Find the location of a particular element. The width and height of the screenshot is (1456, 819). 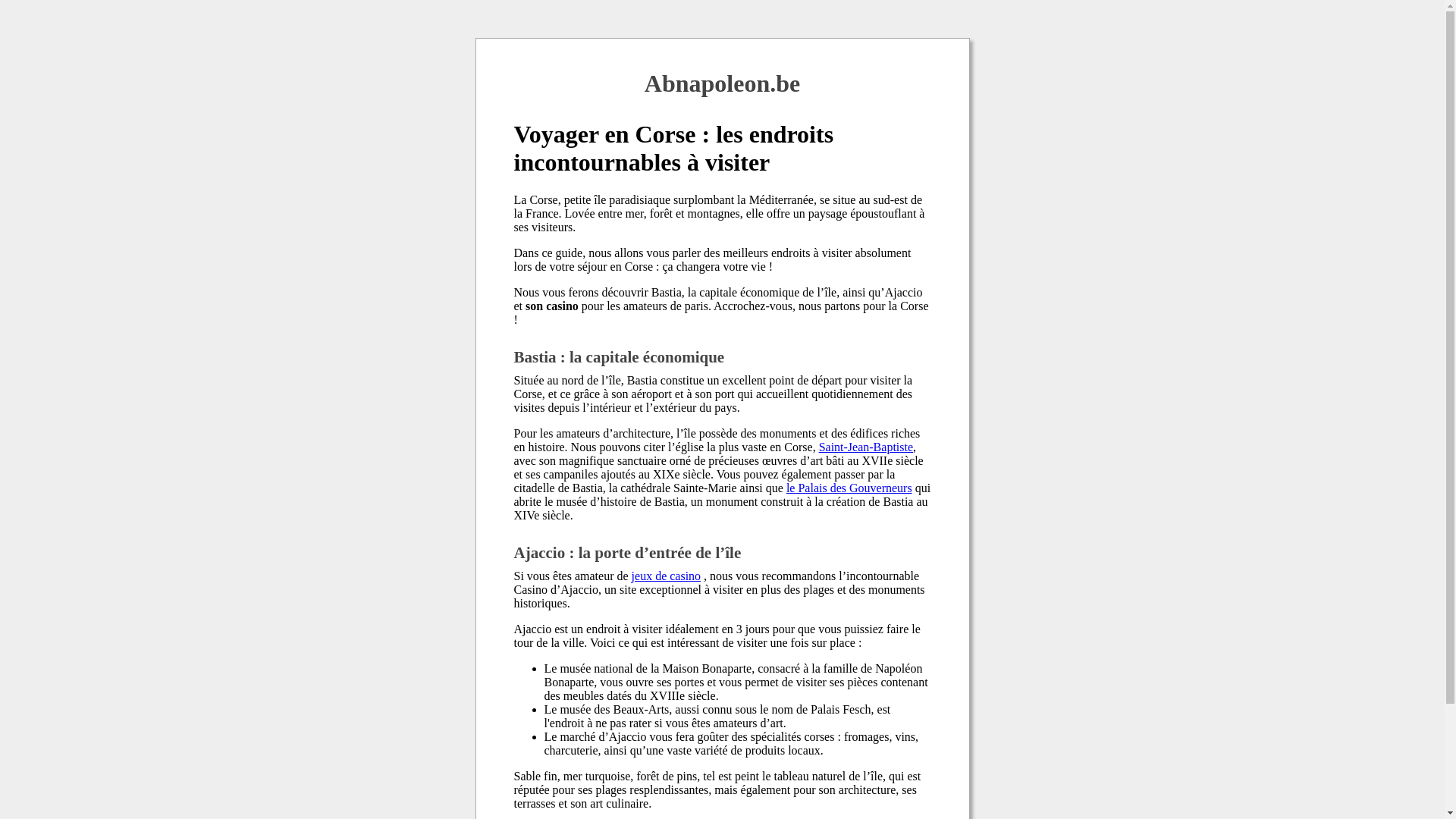

'Saint-Jean-Baptiste' is located at coordinates (866, 446).